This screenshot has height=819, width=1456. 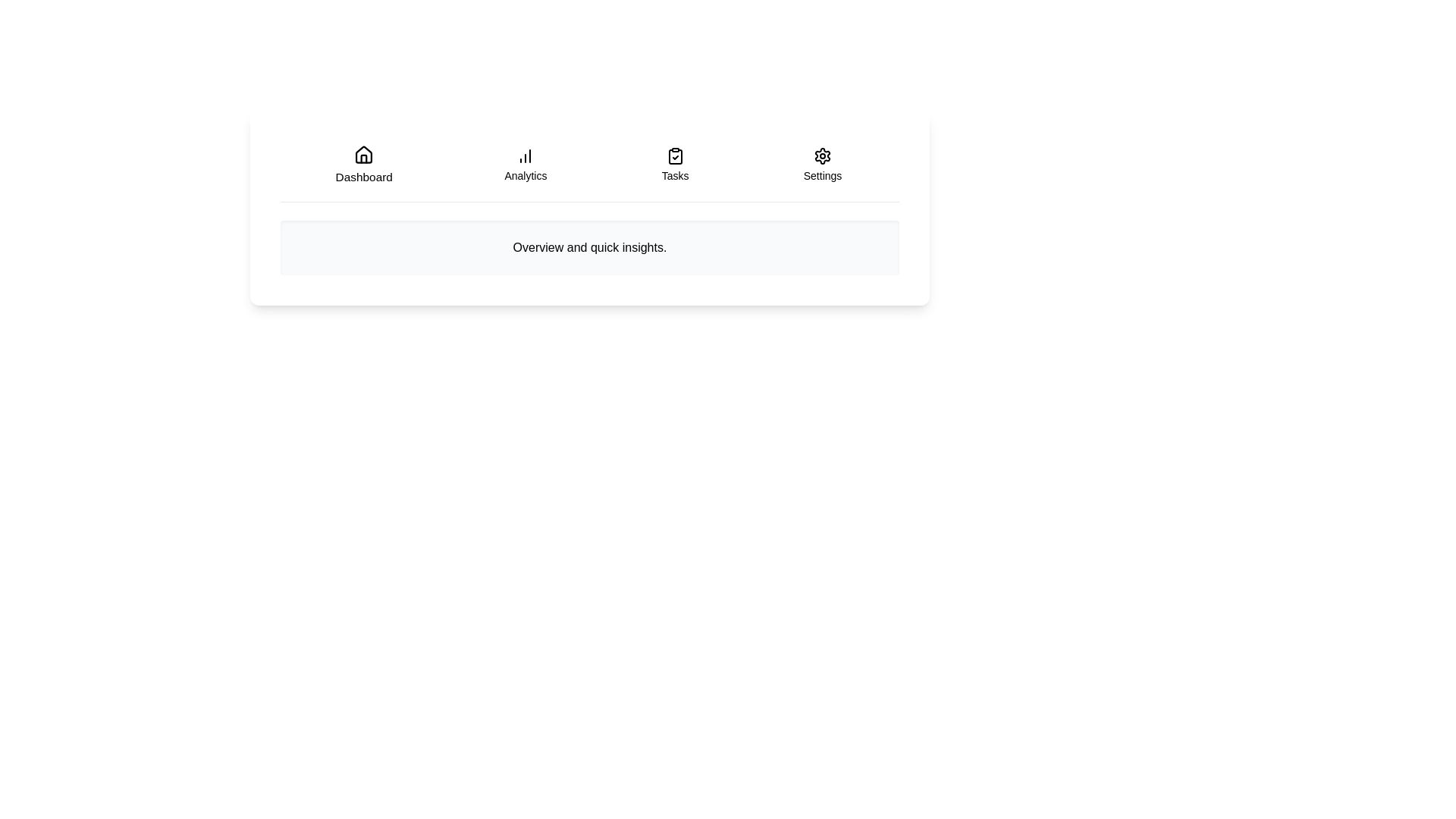 What do you see at coordinates (362, 155) in the screenshot?
I see `the stylized house icon located in the navigation bar above the 'Dashboard' label` at bounding box center [362, 155].